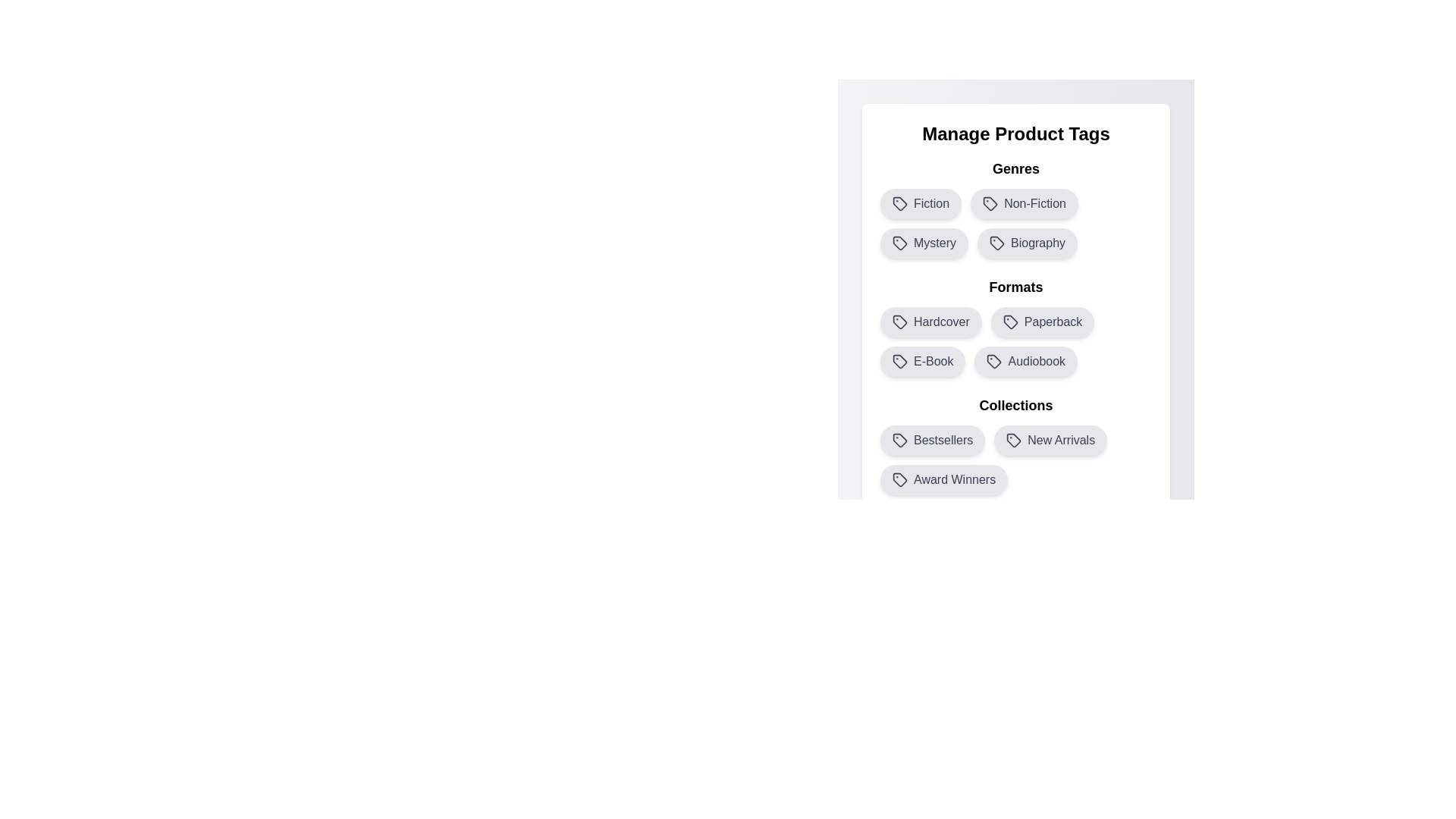  I want to click on the decorative icon located to the left of the text in the 'Biography' button, which is positioned in the second row under the 'Genres' section, so click(997, 242).